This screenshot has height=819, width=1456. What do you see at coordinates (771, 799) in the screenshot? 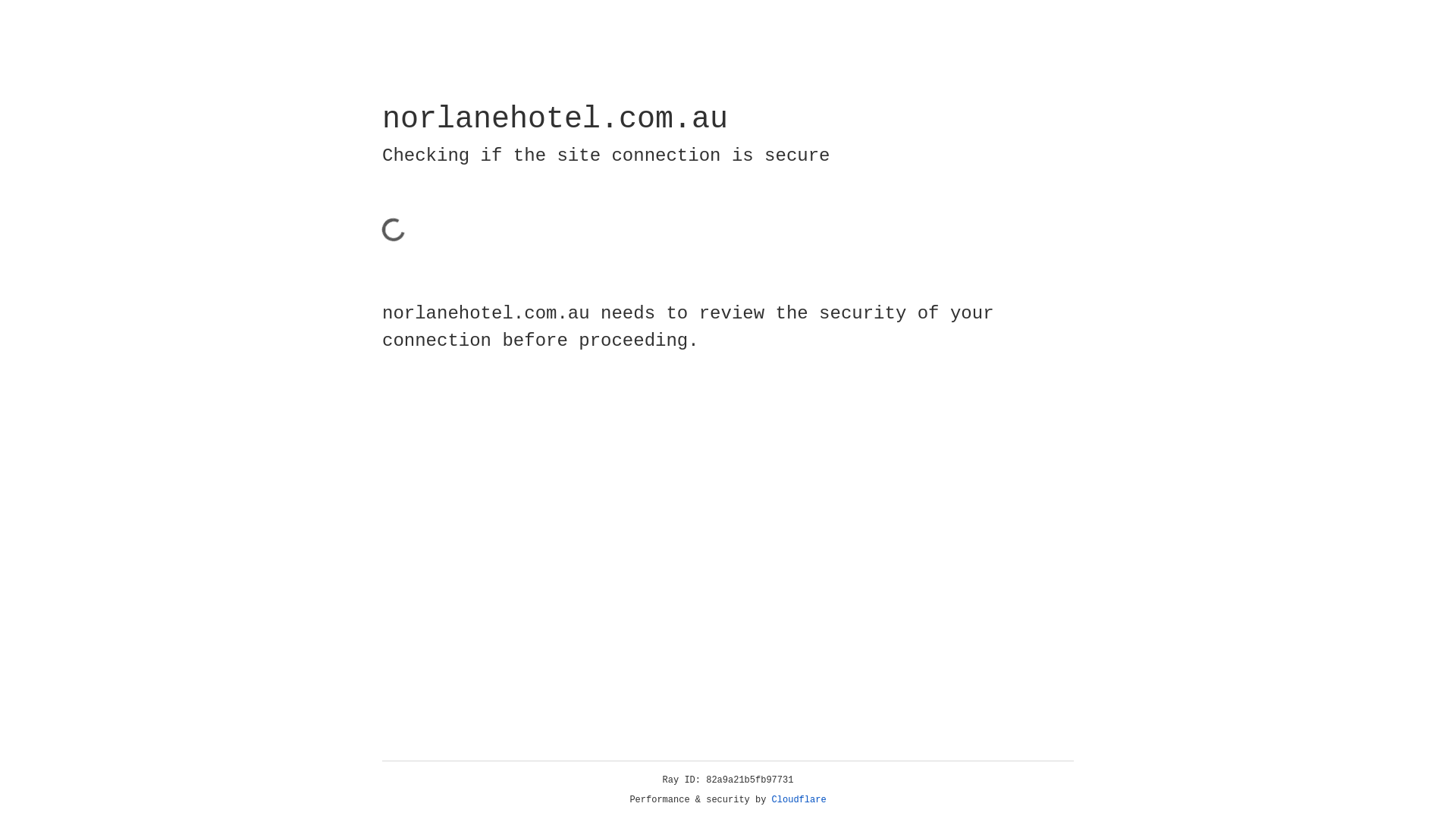
I see `'Cloudflare'` at bounding box center [771, 799].